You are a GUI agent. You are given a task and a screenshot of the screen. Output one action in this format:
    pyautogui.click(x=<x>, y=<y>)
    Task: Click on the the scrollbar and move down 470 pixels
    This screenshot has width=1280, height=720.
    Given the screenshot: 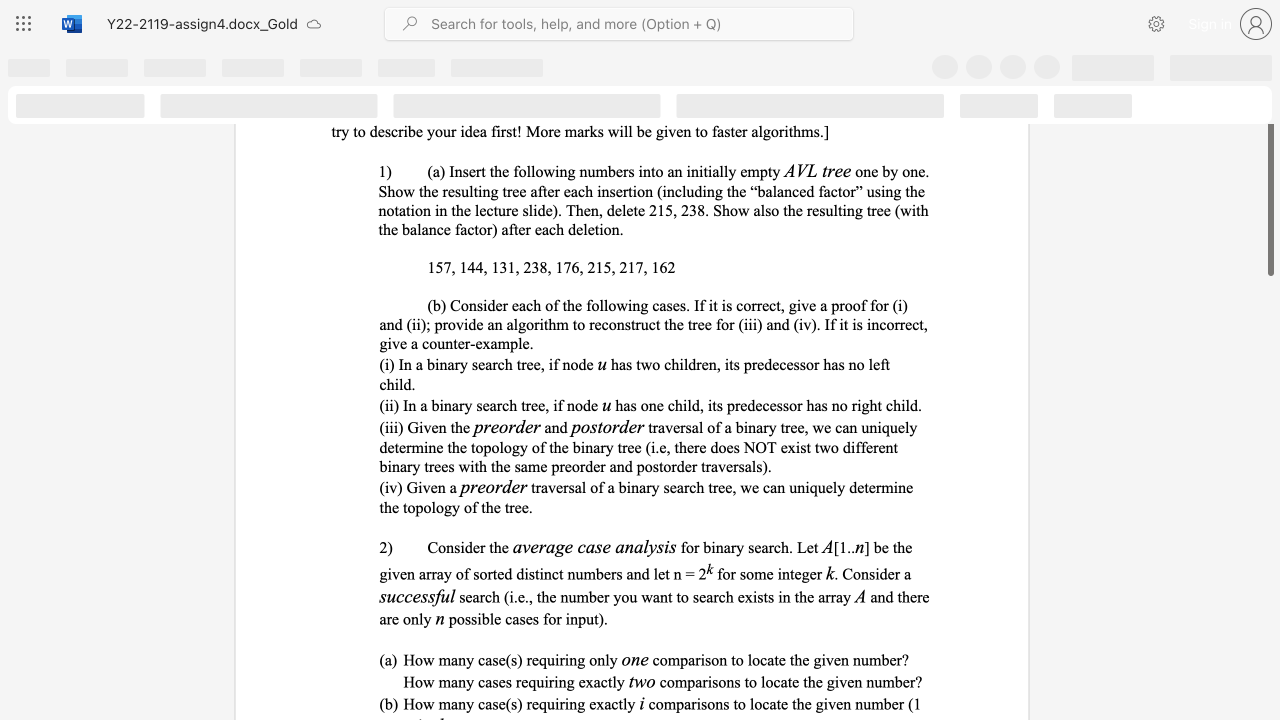 What is the action you would take?
    pyautogui.click(x=1269, y=185)
    